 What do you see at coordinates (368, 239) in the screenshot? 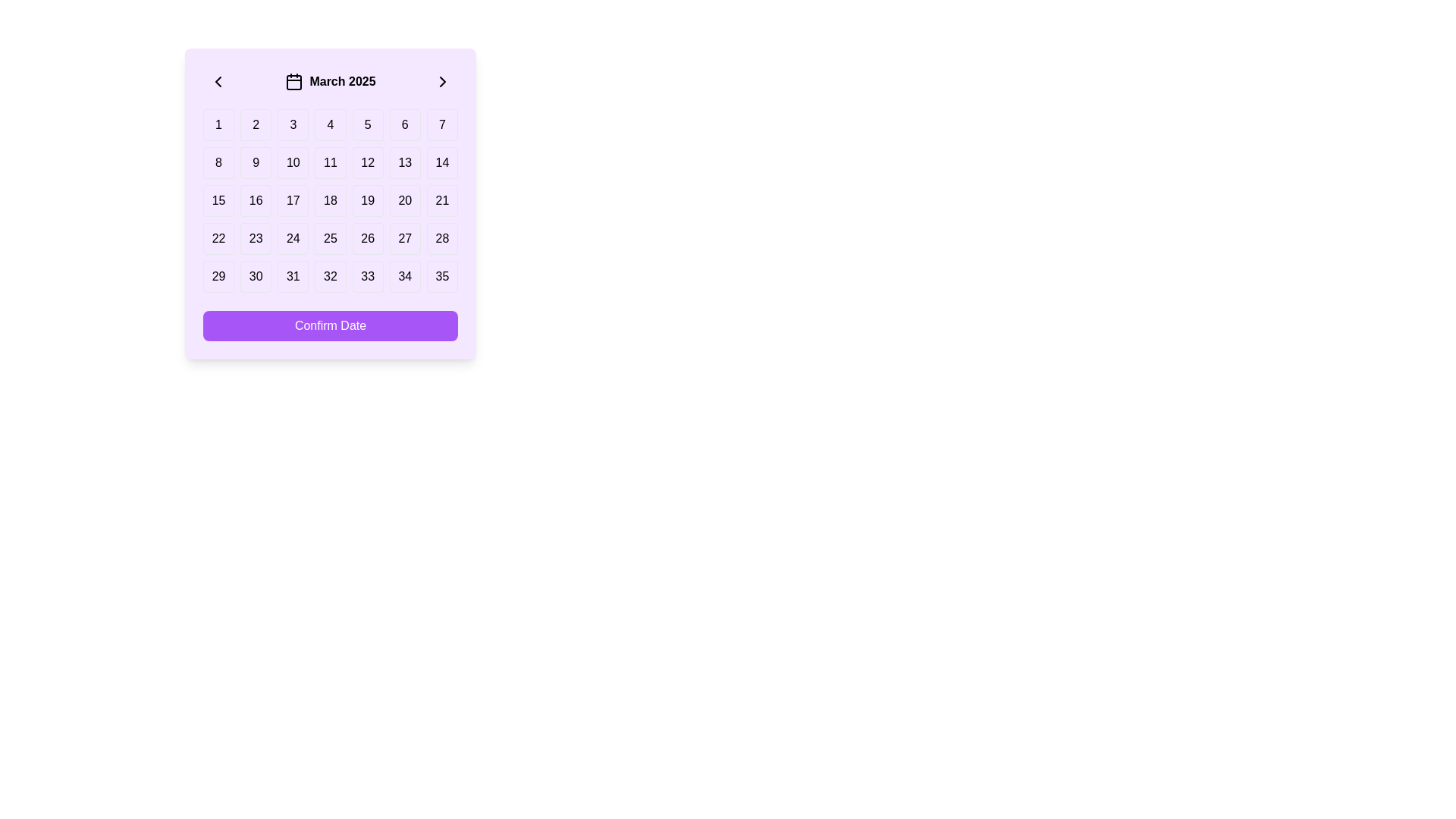
I see `the selectable calendar date representing '26' in the 4th row and 5th column of the calendar grid` at bounding box center [368, 239].